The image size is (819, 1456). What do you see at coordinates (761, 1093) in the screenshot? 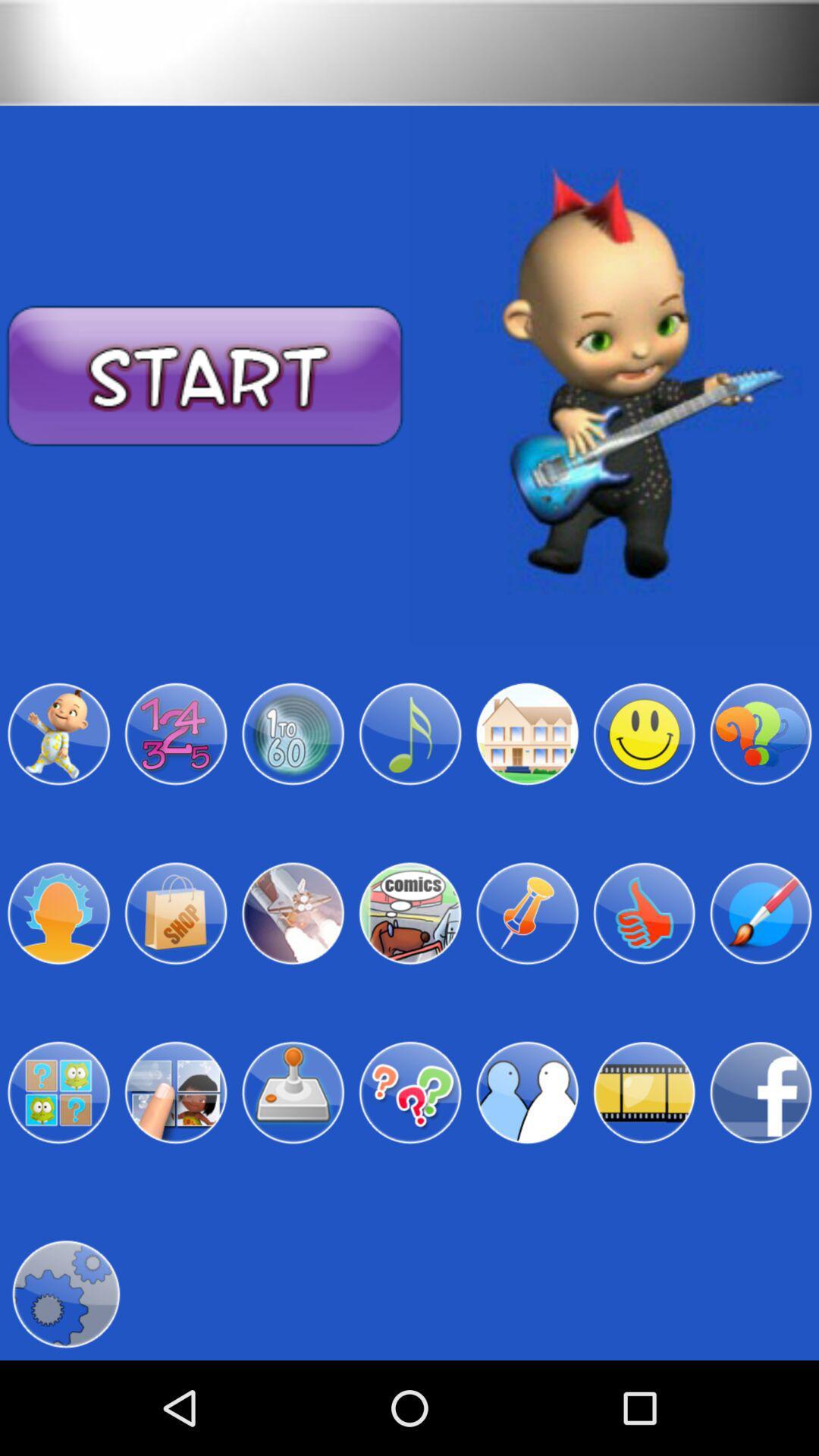
I see `connect to facebook` at bounding box center [761, 1093].